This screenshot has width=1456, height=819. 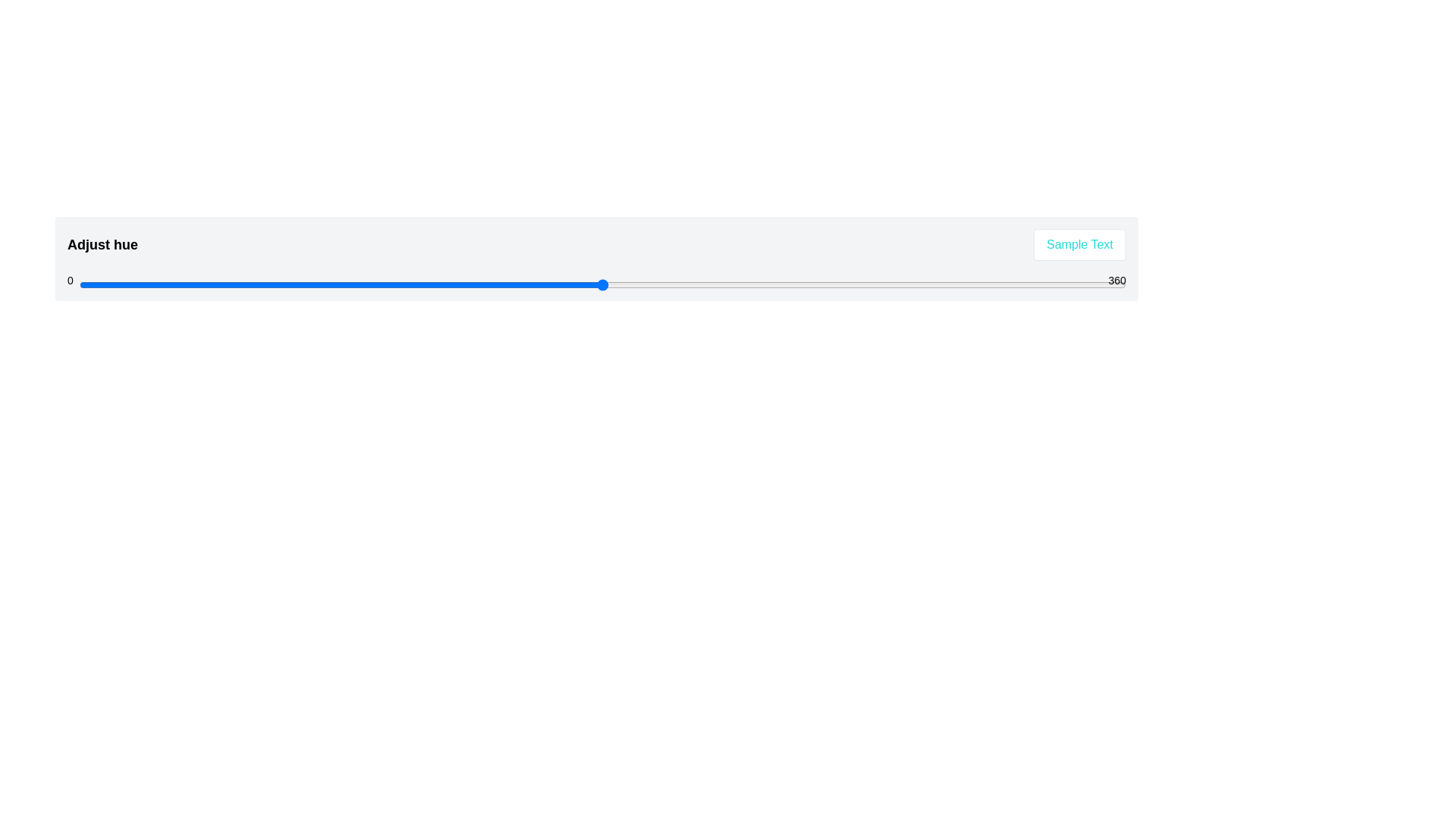 I want to click on the hue slider to set the hue value to 23, so click(x=146, y=284).